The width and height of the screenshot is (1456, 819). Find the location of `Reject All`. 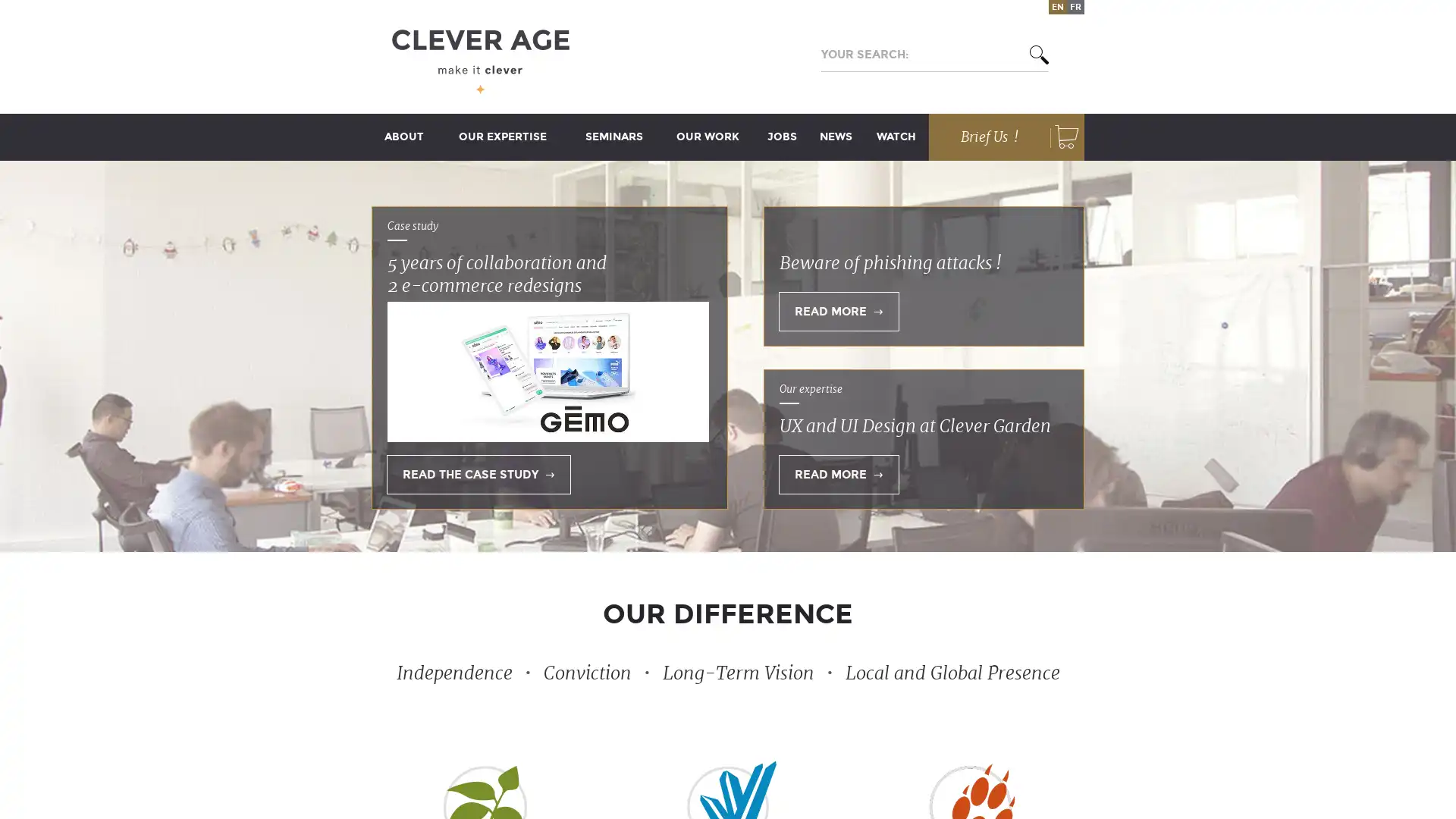

Reject All is located at coordinates (908, 362).